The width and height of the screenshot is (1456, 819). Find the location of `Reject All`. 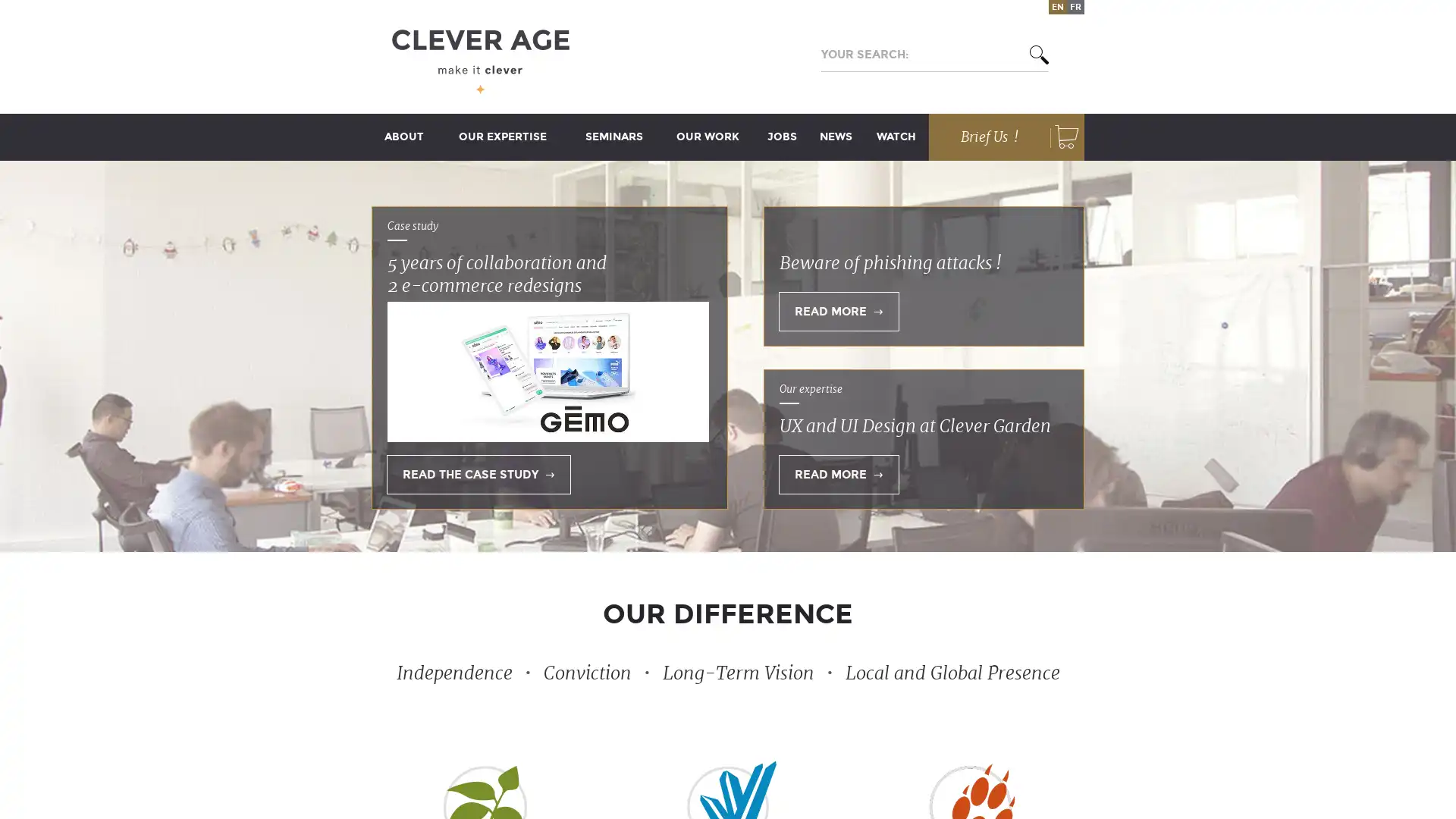

Reject All is located at coordinates (908, 362).